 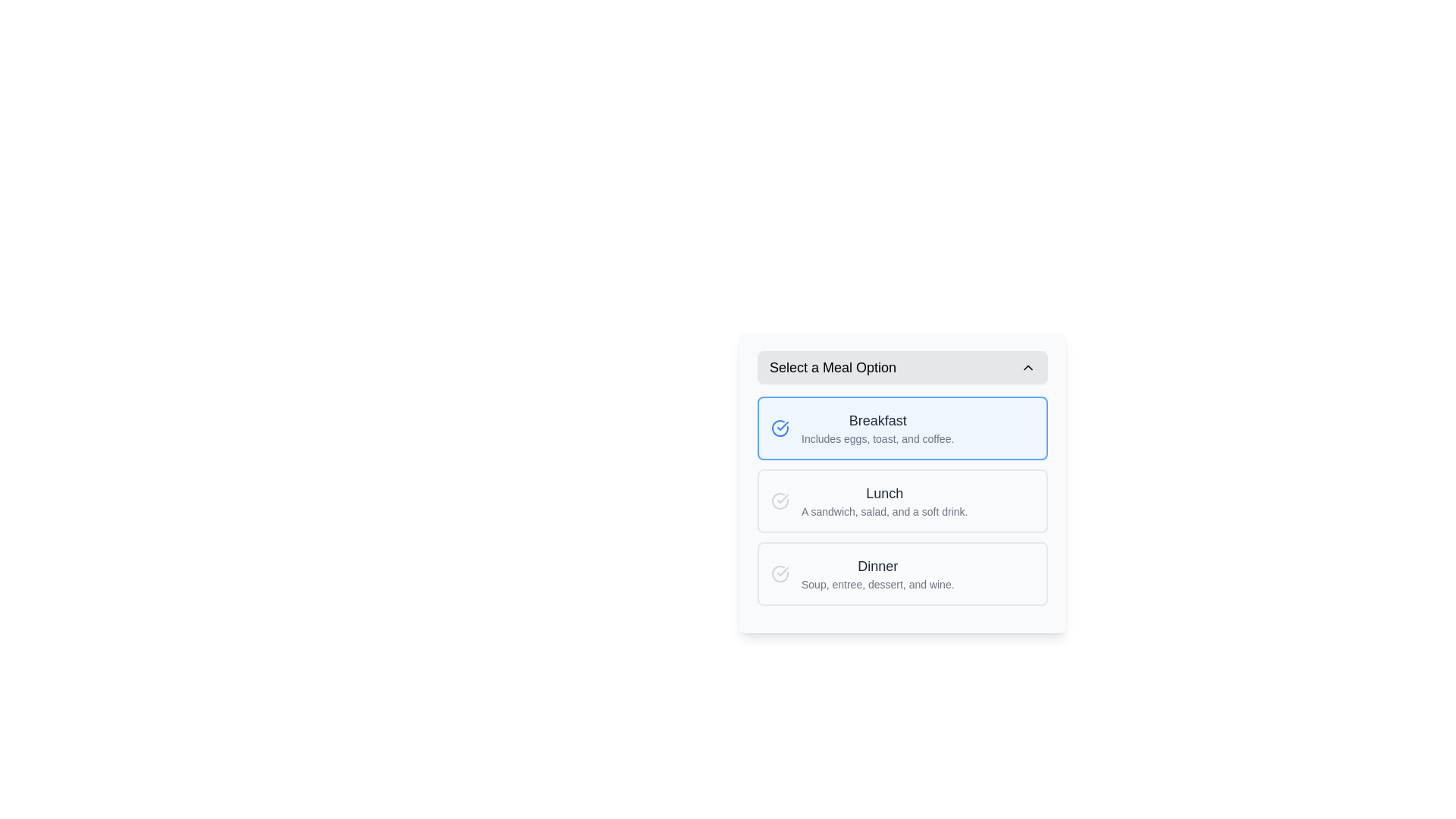 What do you see at coordinates (884, 500) in the screenshot?
I see `information provided in the 'Lunch' meal option text block, which is located below the 'Breakfast' item and above the 'Dinner' item in the meal options list` at bounding box center [884, 500].